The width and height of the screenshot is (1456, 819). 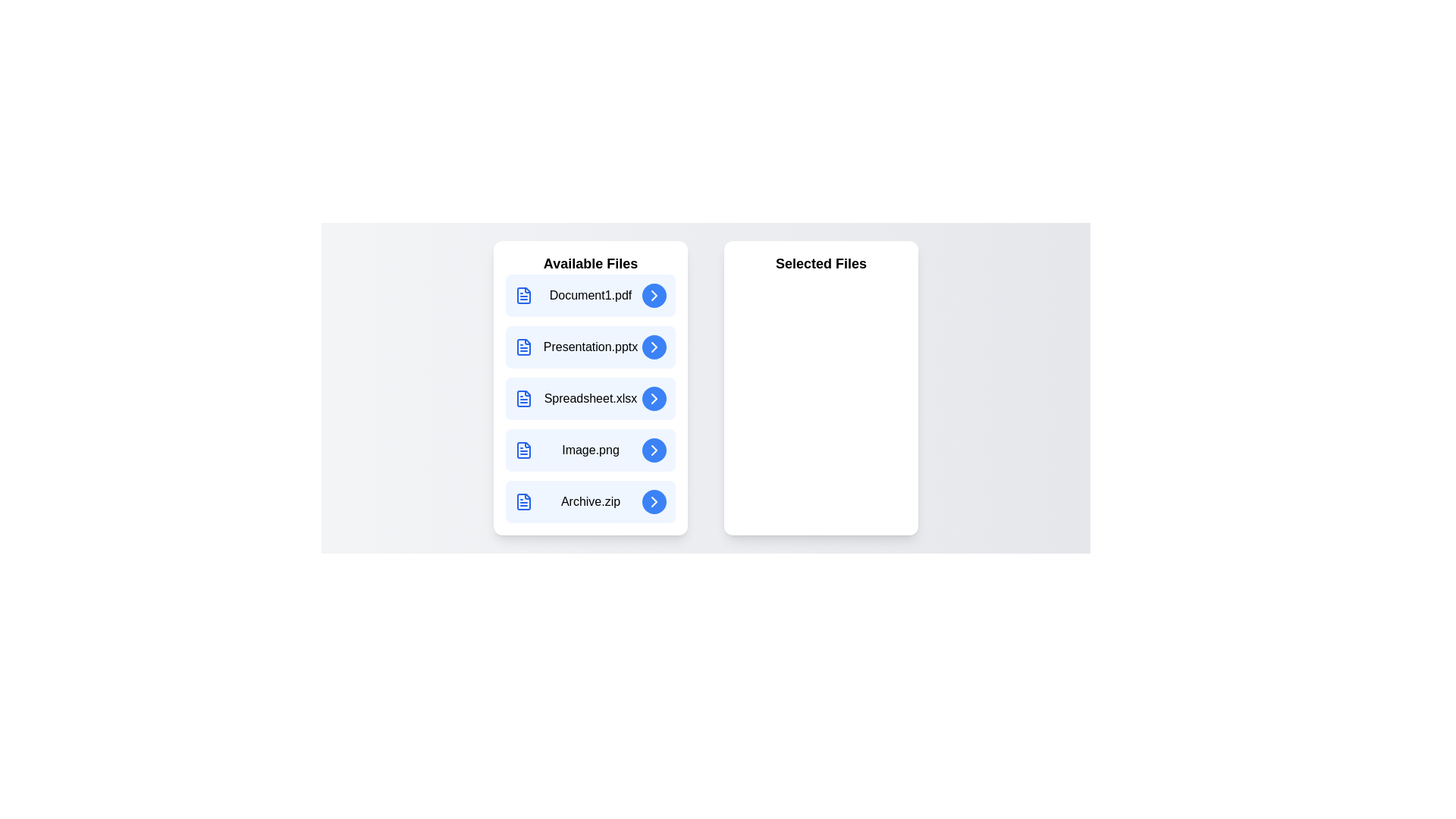 I want to click on right arrow button next to the file Spreadsheet.xlsx in the 'Available Files' list to assign it to the 'Selected Files' list, so click(x=654, y=397).